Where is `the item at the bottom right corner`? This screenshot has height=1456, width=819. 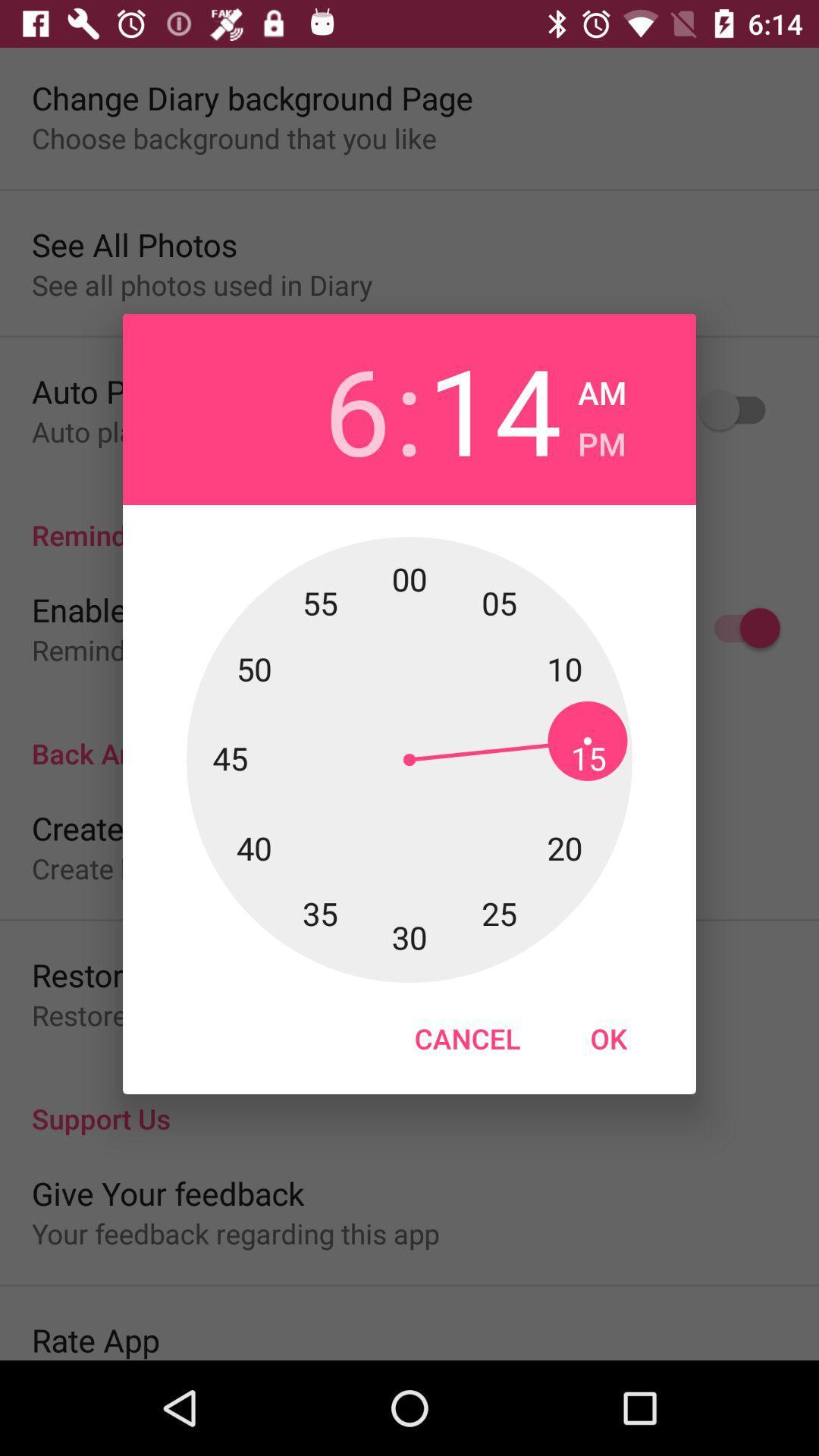
the item at the bottom right corner is located at coordinates (607, 1037).